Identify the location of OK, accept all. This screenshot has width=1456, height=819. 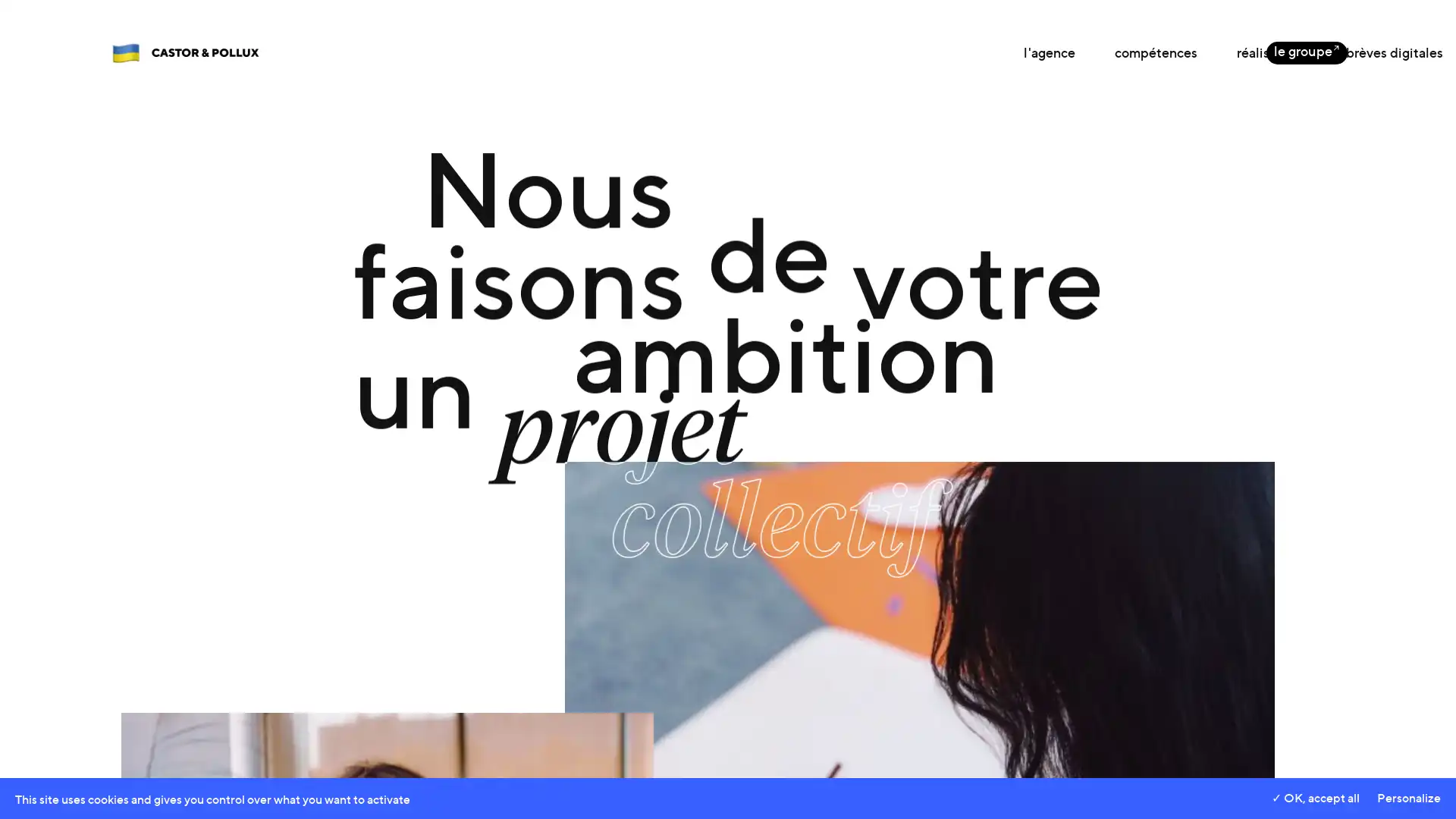
(1314, 795).